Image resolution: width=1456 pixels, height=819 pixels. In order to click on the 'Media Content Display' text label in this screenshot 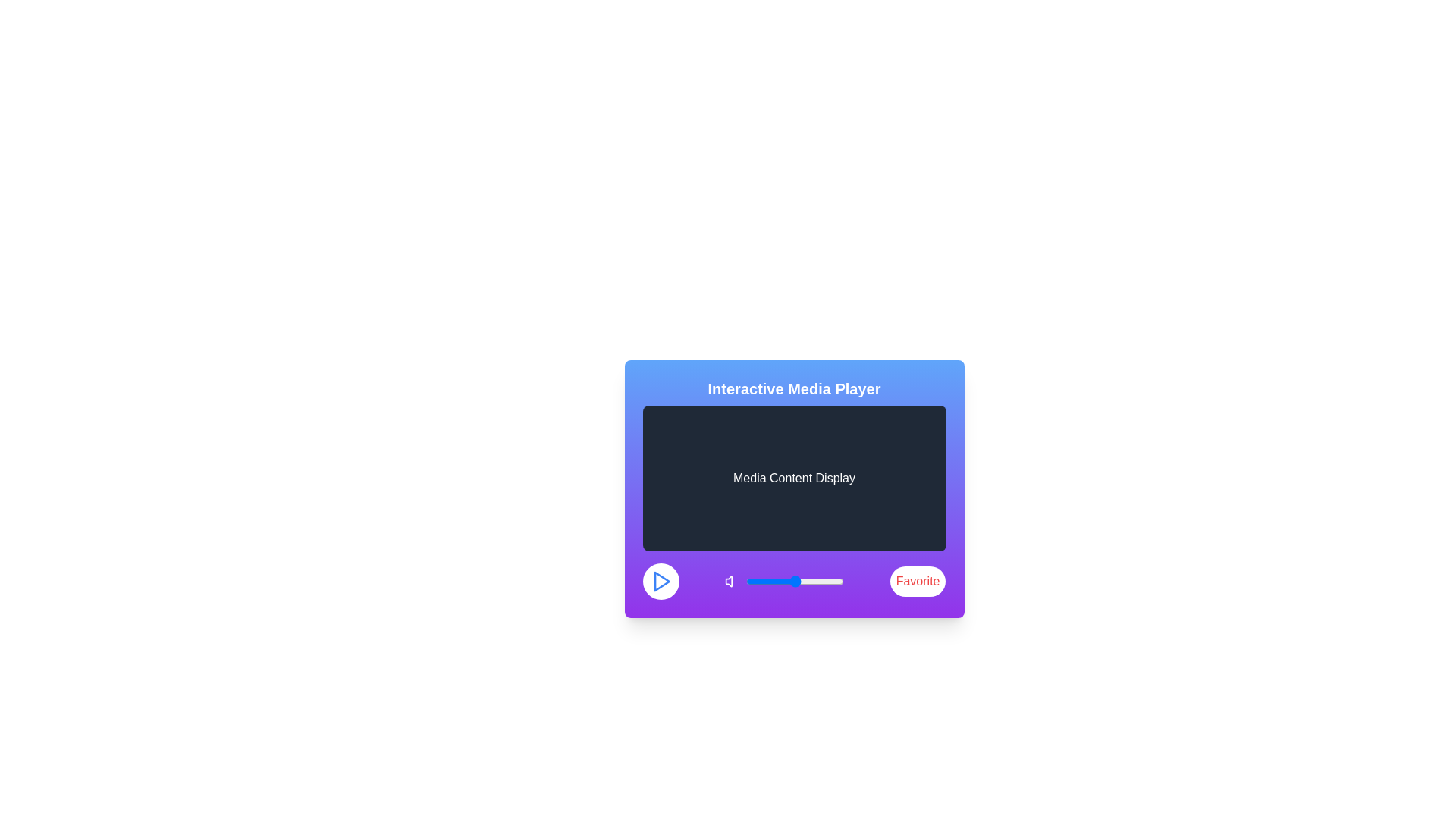, I will do `click(793, 479)`.